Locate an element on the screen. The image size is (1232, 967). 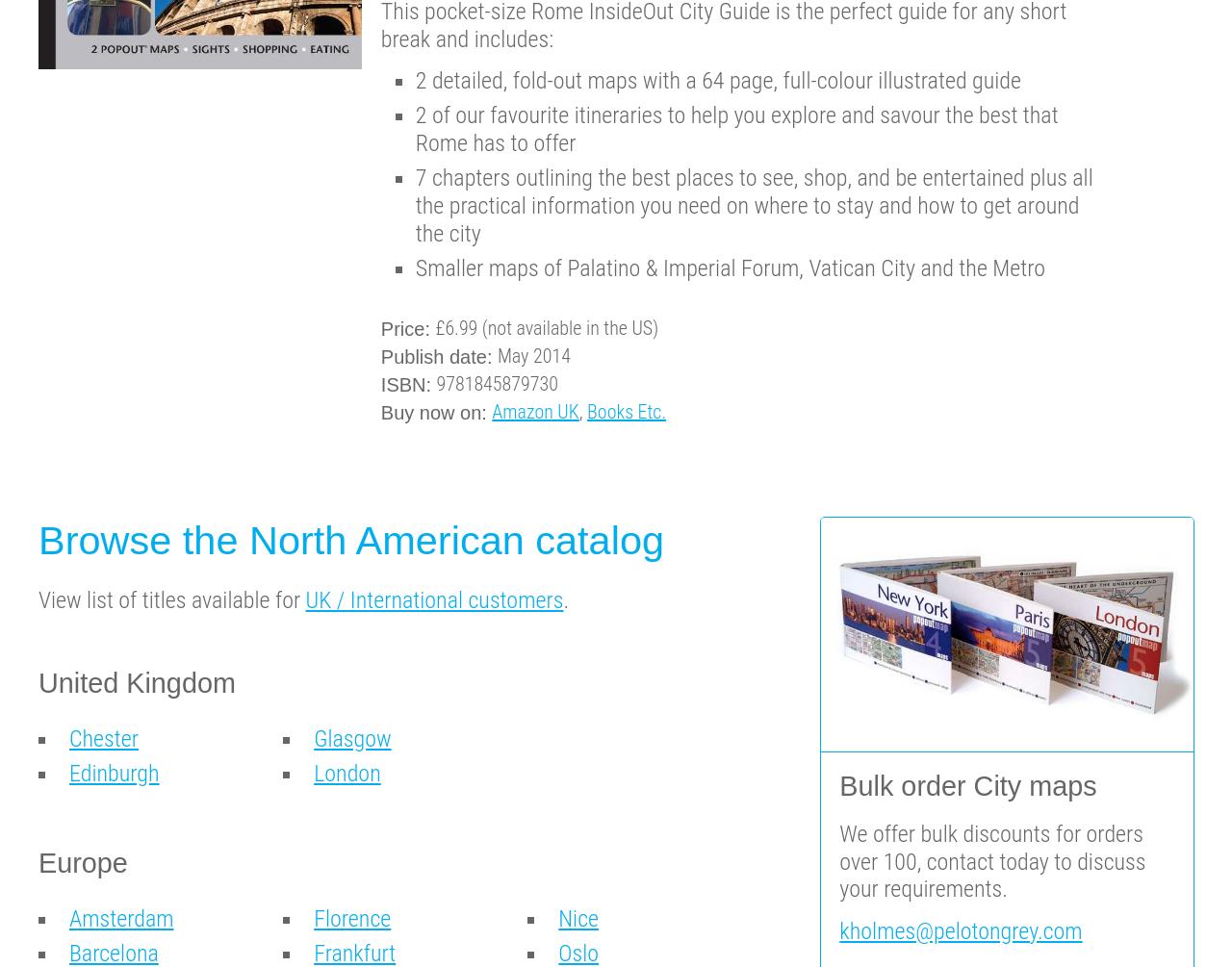
'London' is located at coordinates (346, 774).